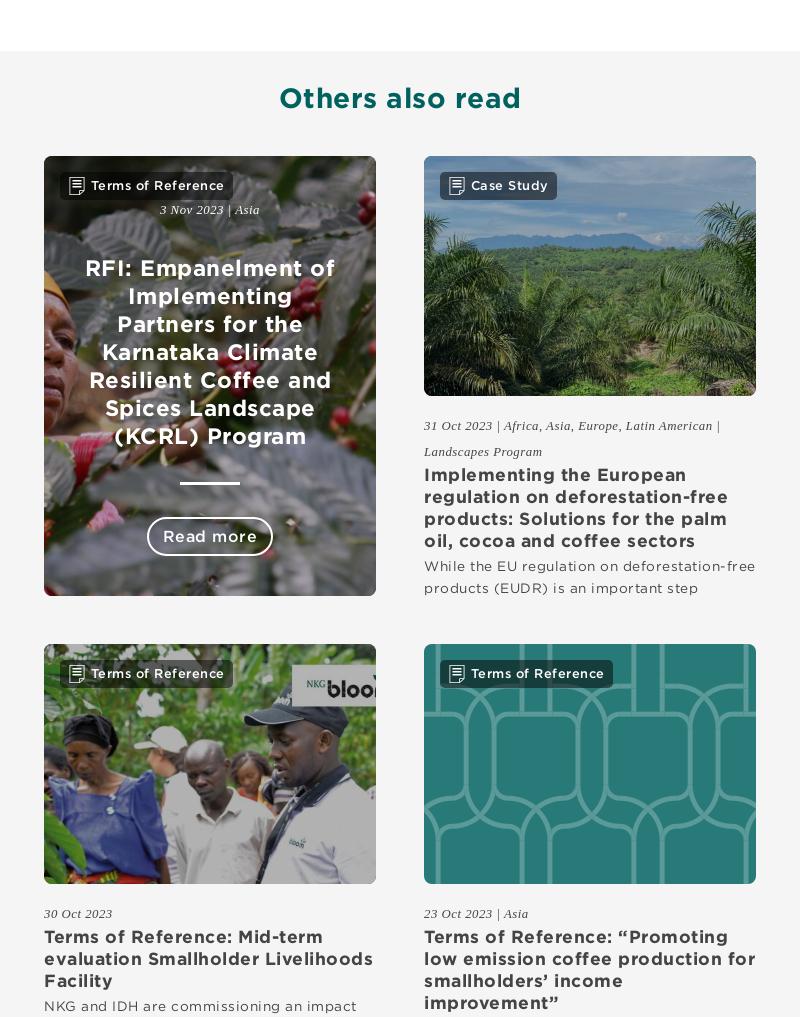 The image size is (800, 1017). What do you see at coordinates (160, 208) in the screenshot?
I see `'3 Nov 2023'` at bounding box center [160, 208].